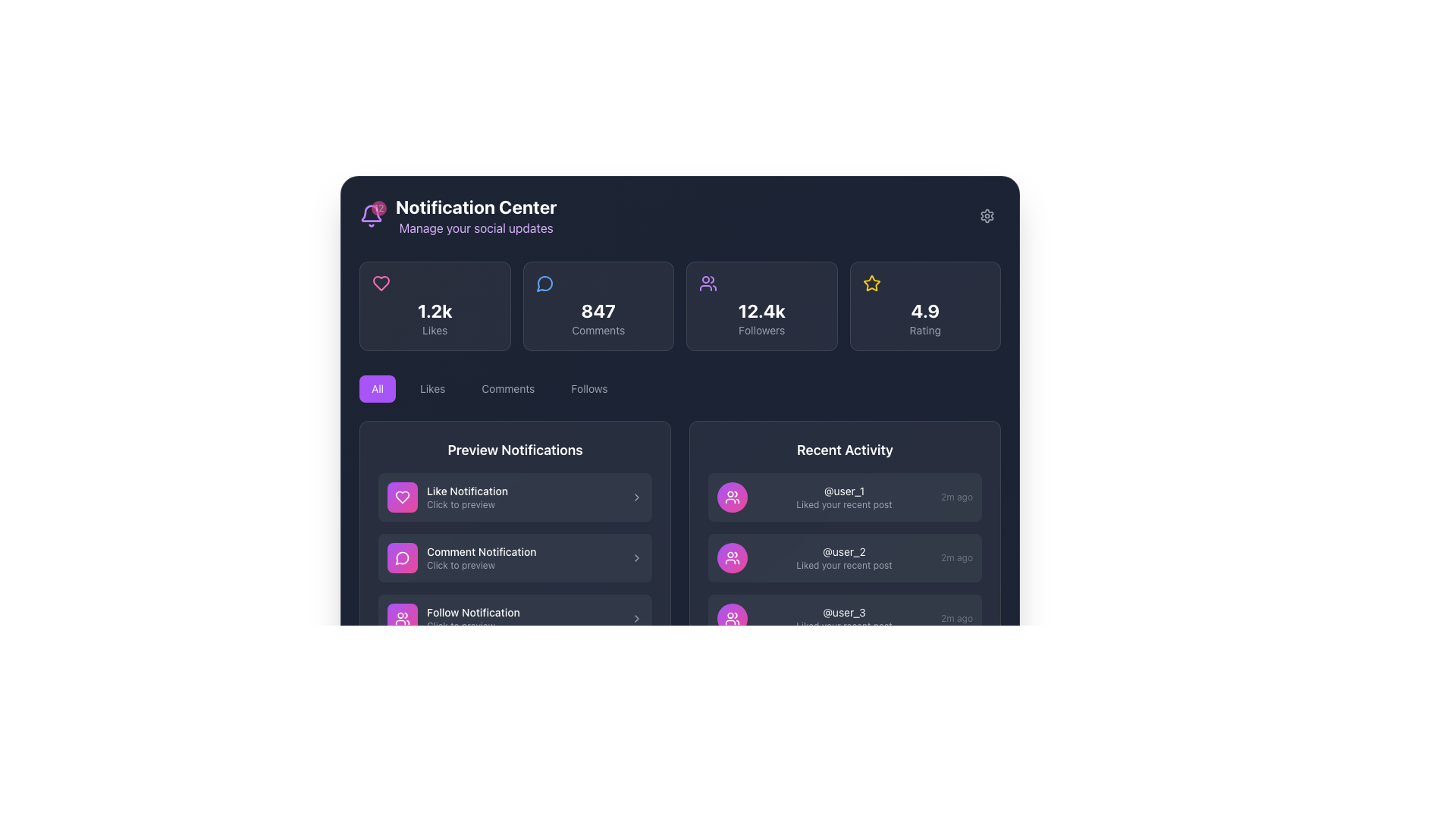 This screenshot has width=1456, height=819. I want to click on the settings icon button located in the top-right corner of the interface to navigate via keyboard, so click(987, 216).